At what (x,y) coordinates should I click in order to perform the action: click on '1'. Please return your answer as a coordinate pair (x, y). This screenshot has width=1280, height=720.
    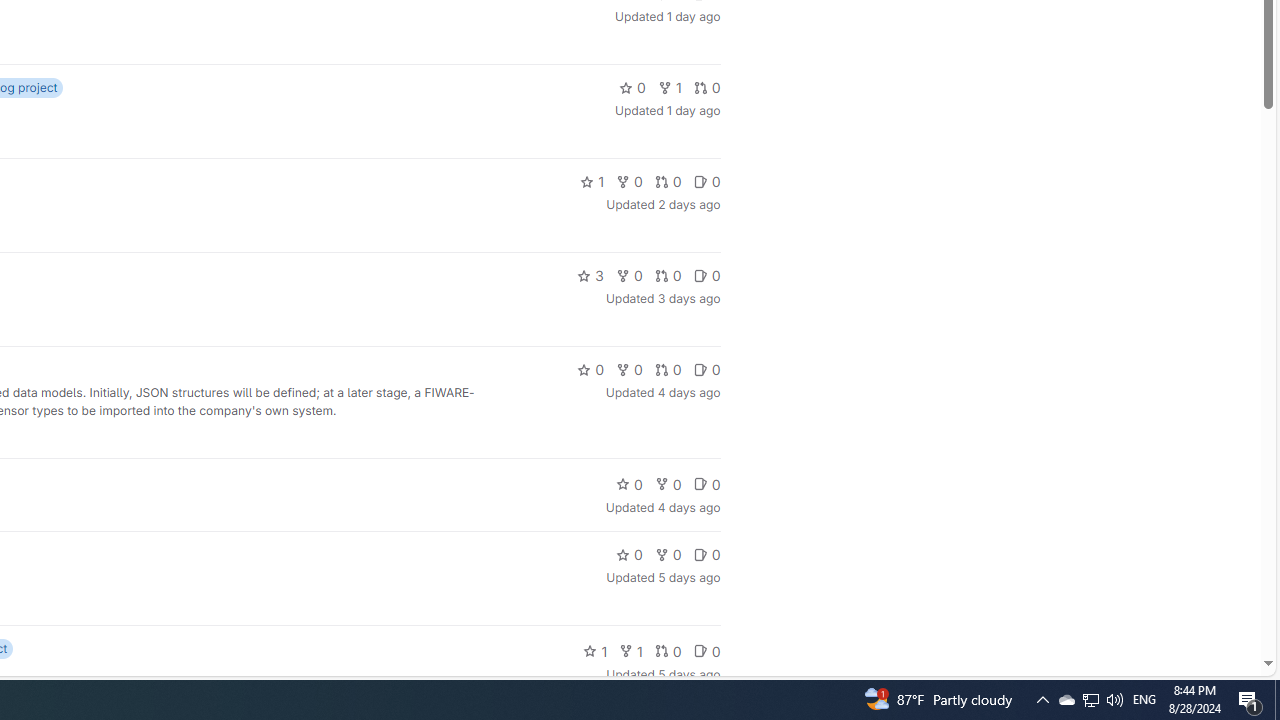
    Looking at the image, I should click on (630, 650).